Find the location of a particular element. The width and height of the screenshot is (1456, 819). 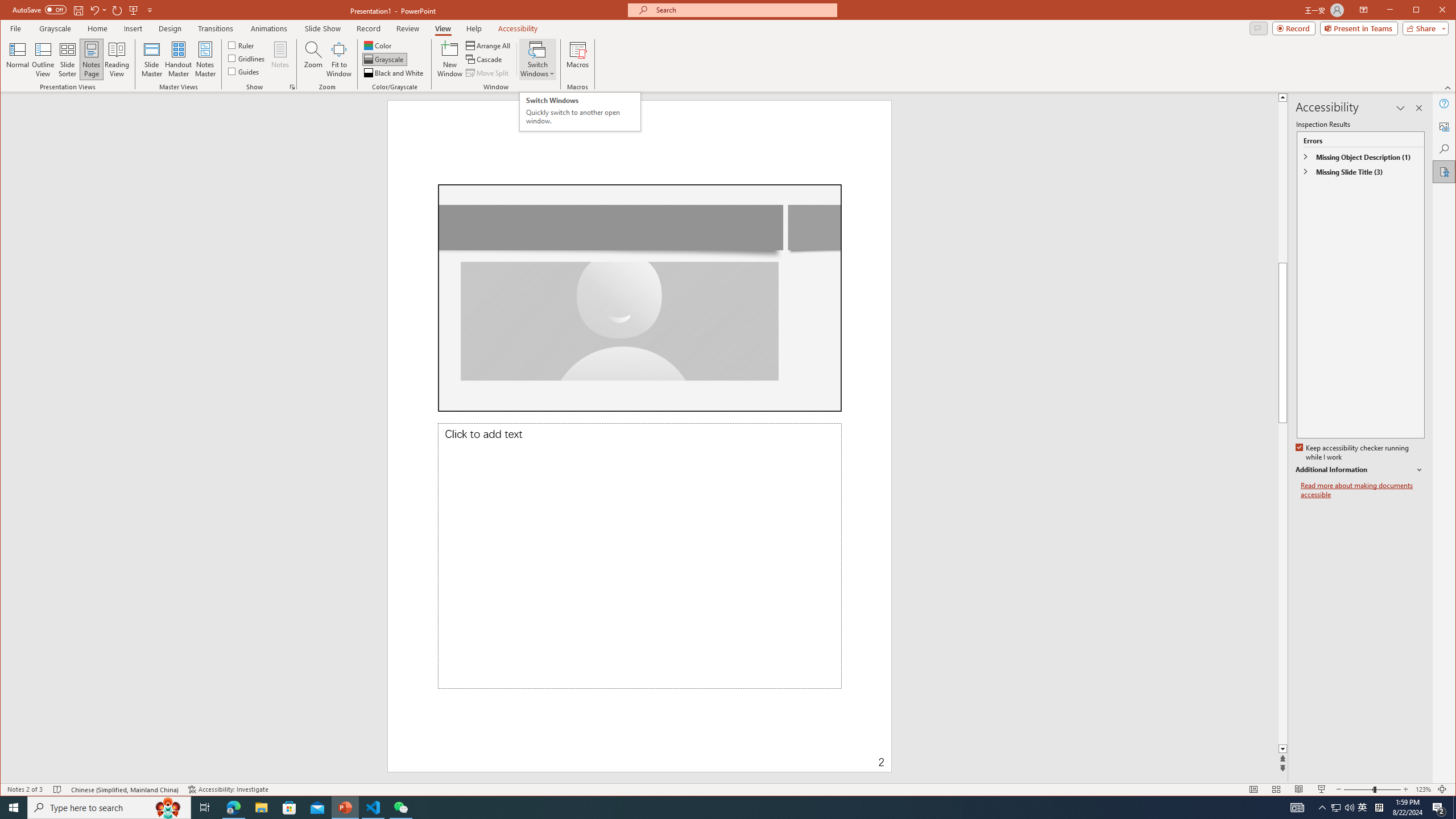

'Color' is located at coordinates (378, 45).